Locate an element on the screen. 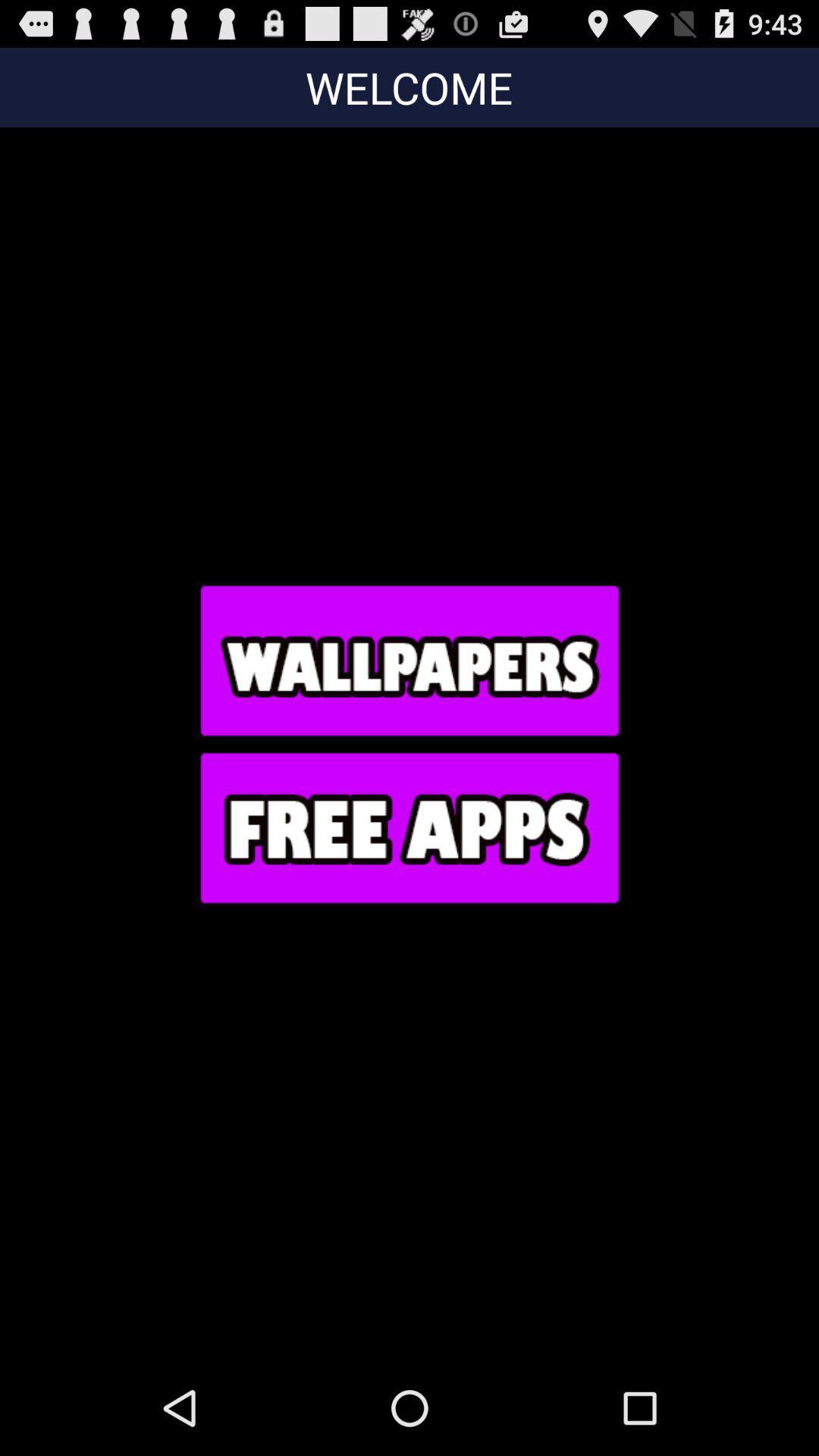 The width and height of the screenshot is (819, 1456). go up is located at coordinates (408, 660).